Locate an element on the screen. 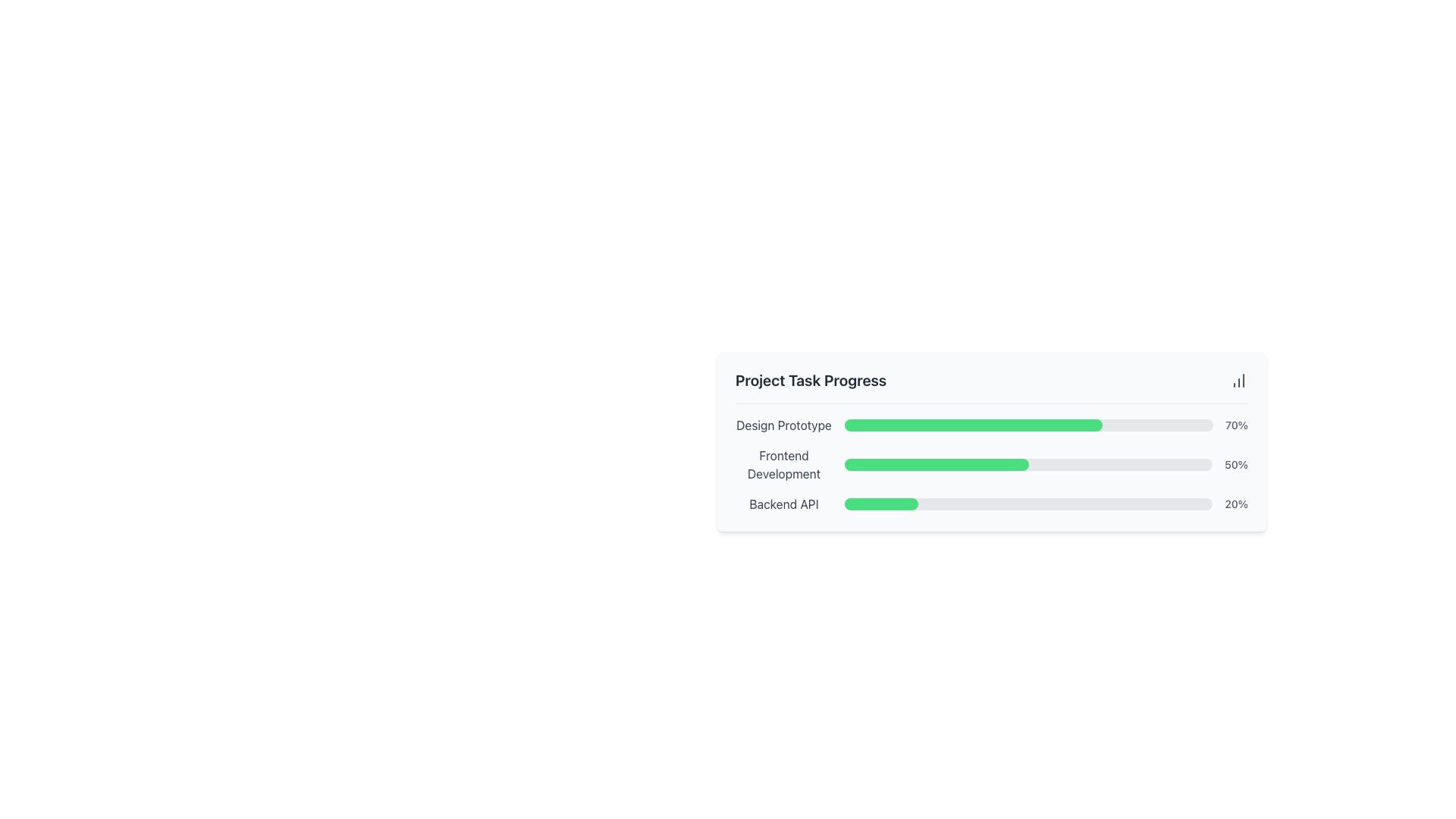  the label identifying the task 'Frontend Development' in the progress tracker interface, located in the second row's leftmost section is located at coordinates (783, 464).